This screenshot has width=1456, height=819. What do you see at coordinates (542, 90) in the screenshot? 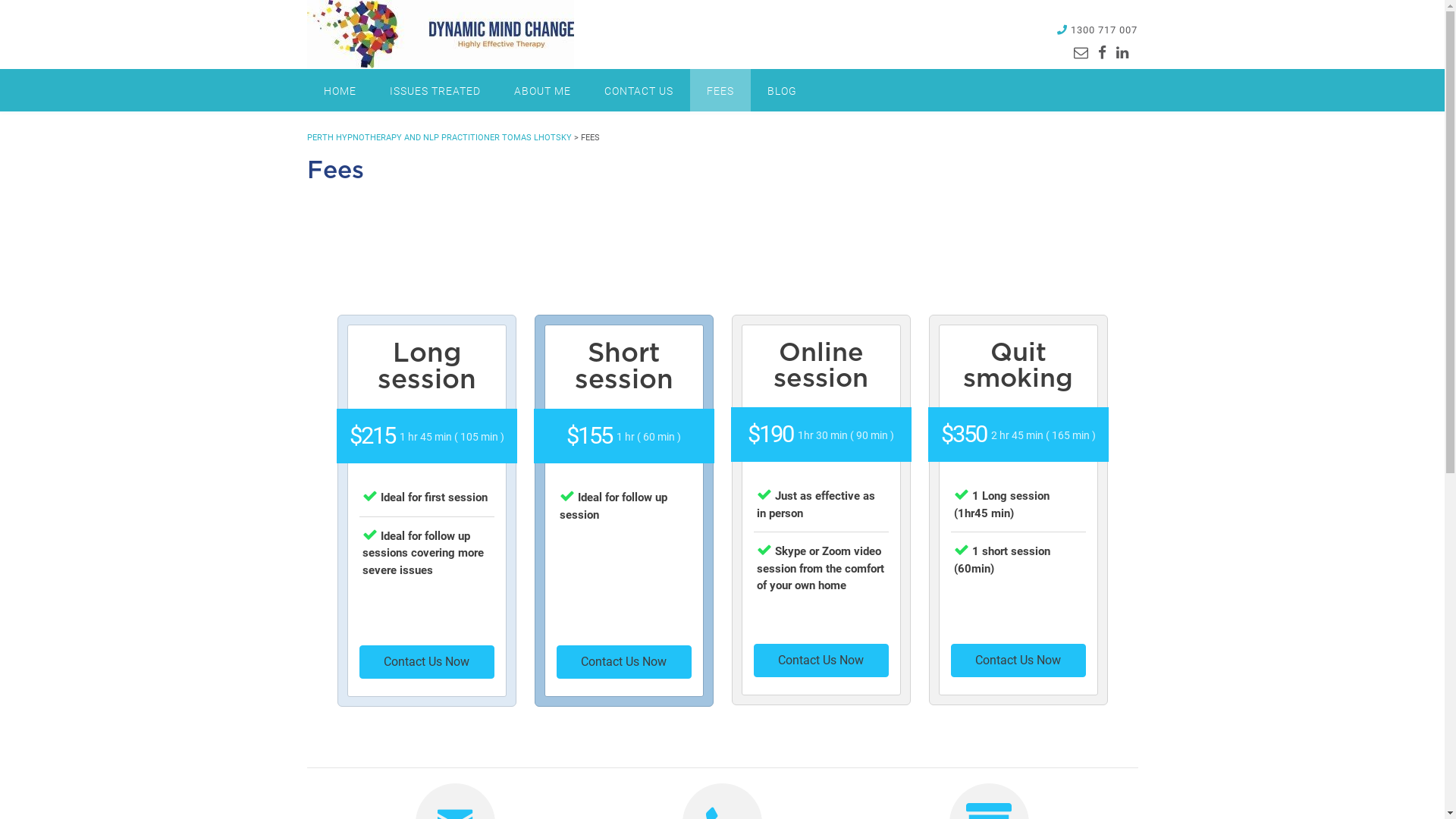
I see `'ABOUT ME'` at bounding box center [542, 90].